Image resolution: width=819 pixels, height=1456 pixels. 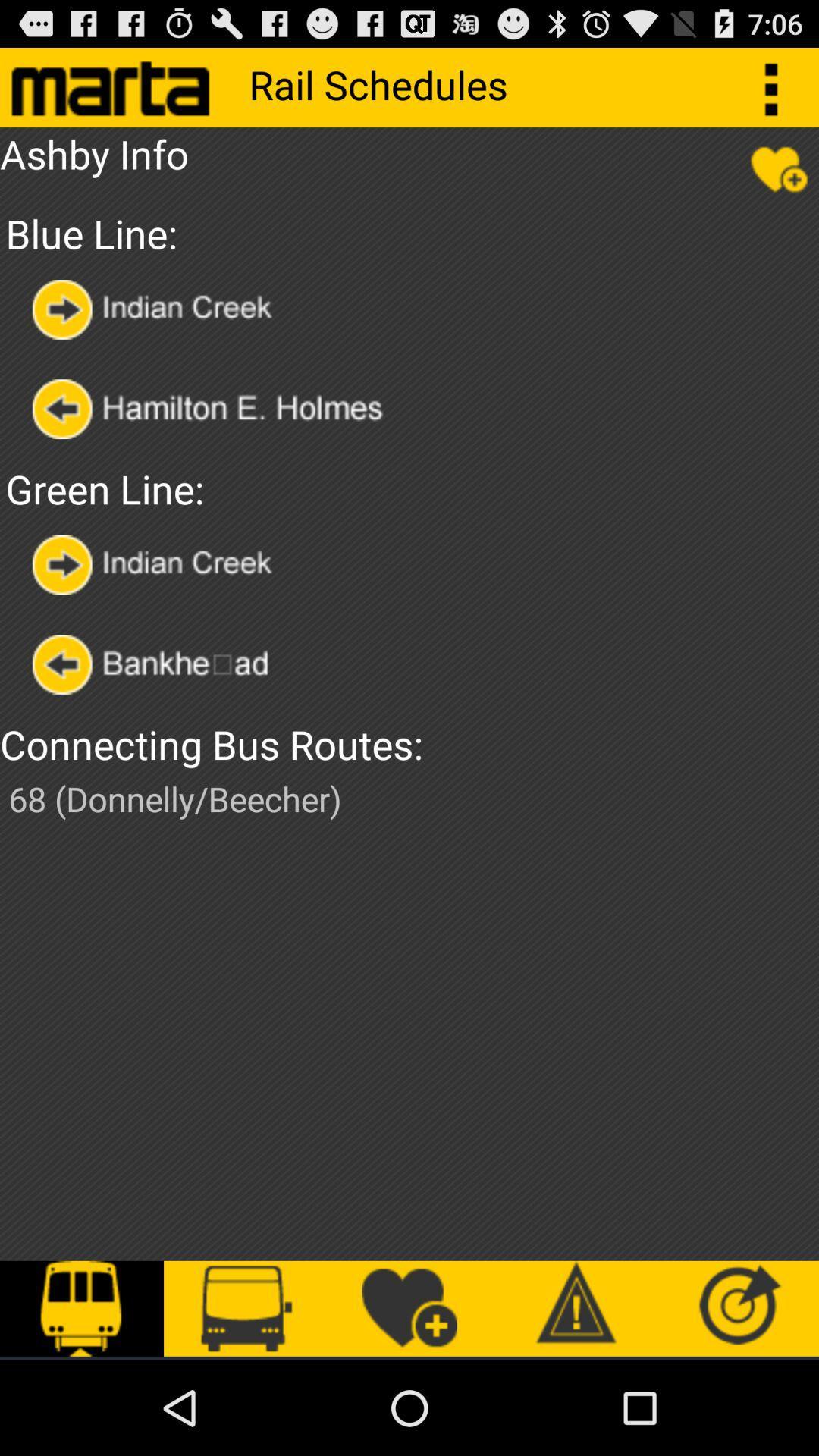 I want to click on check the schedule, so click(x=164, y=664).